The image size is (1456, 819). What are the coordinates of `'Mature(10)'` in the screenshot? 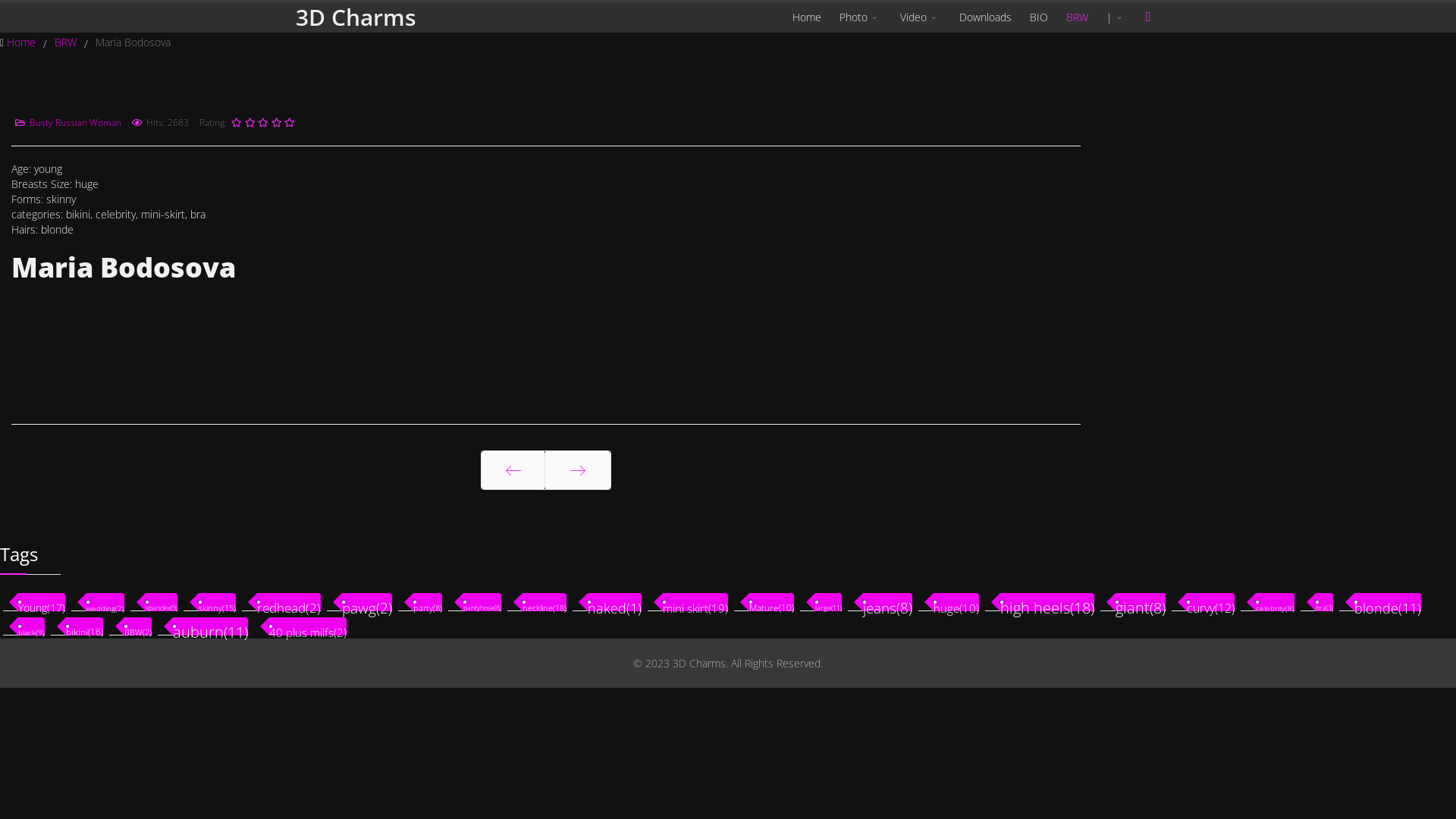 It's located at (771, 601).